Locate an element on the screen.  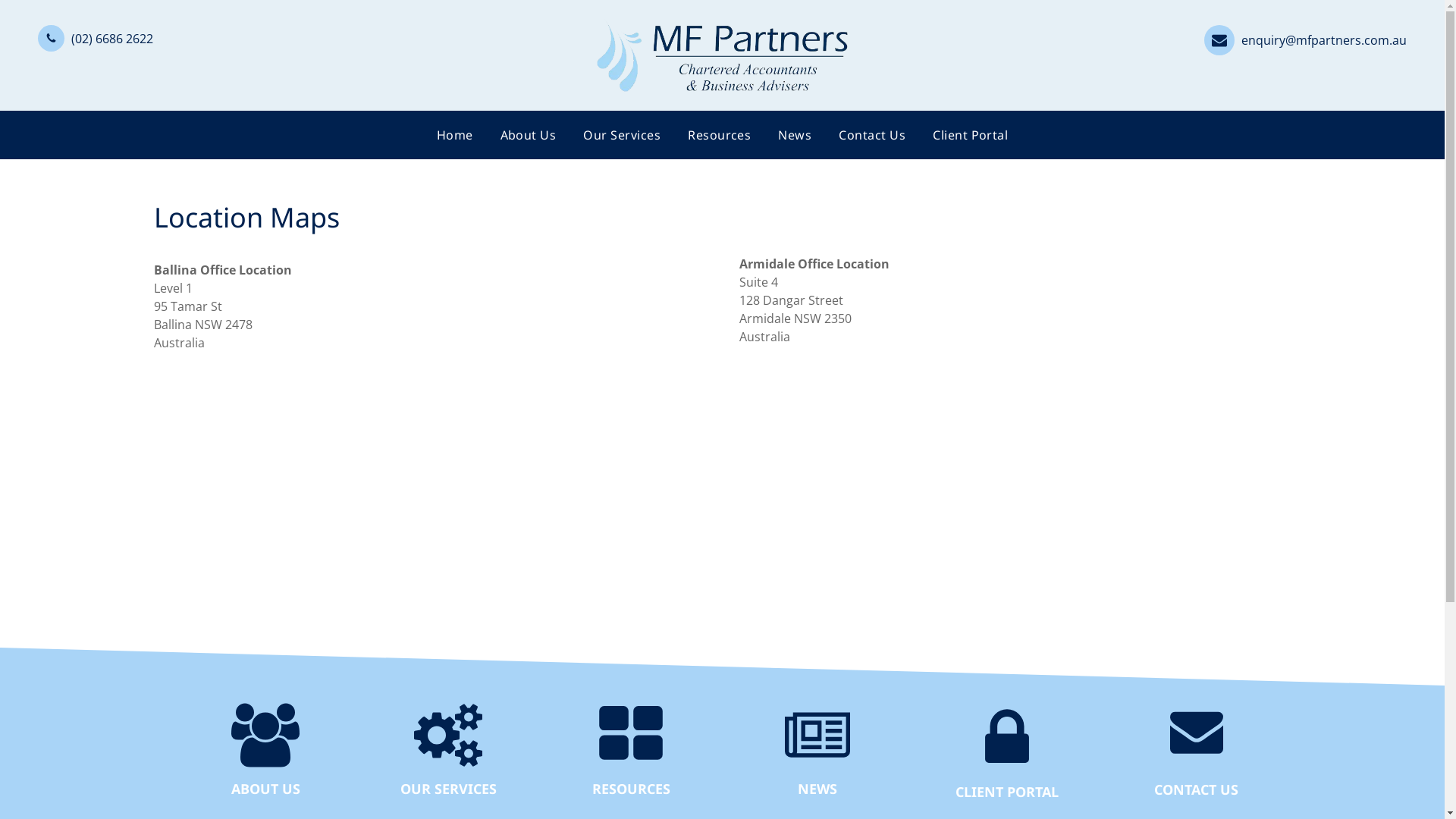
'(02) 6686 2622' is located at coordinates (94, 36).